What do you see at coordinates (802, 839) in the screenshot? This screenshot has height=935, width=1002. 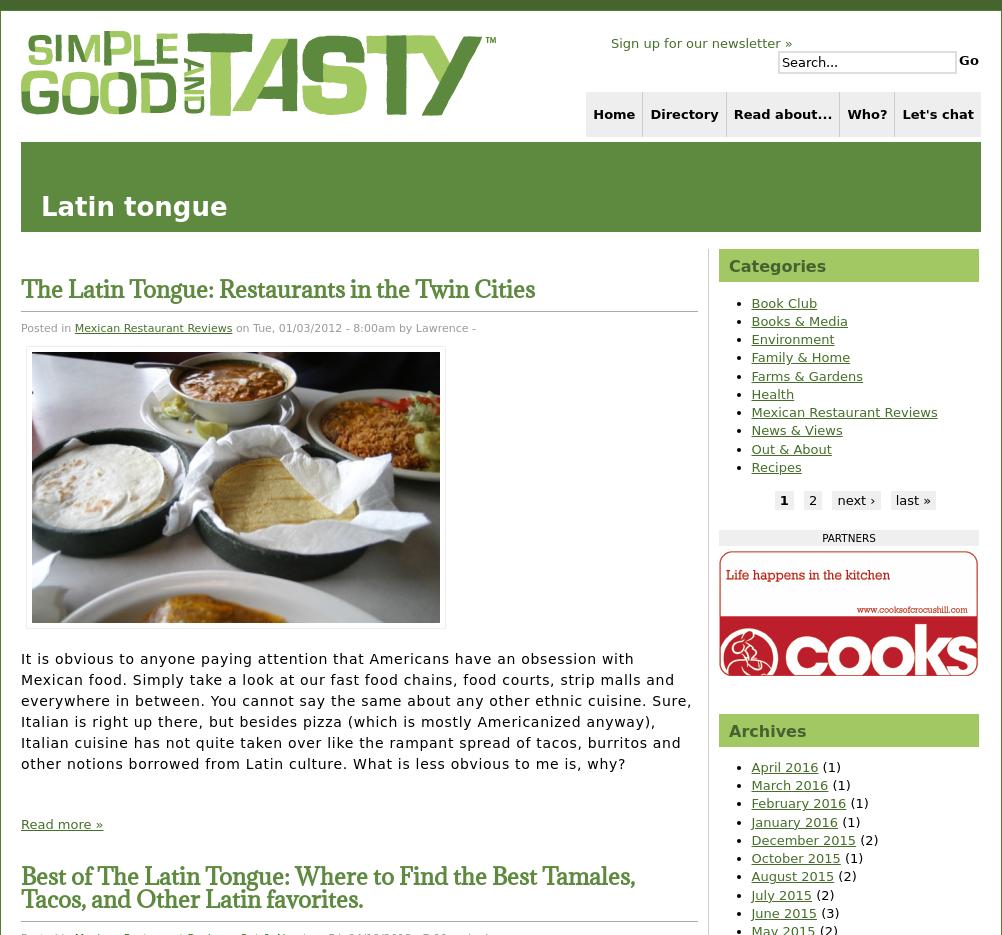 I see `'December 2015'` at bounding box center [802, 839].